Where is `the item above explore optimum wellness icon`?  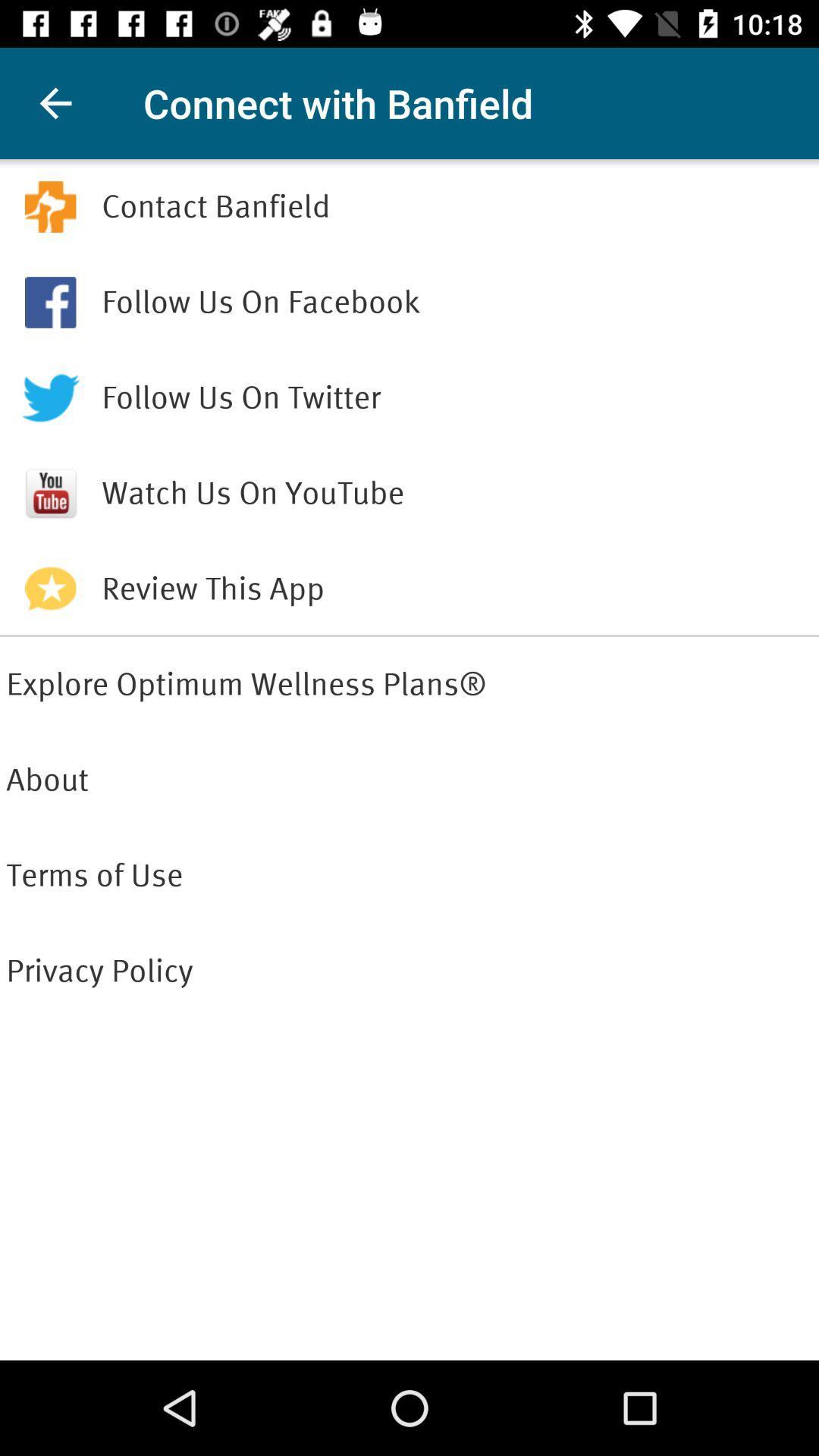
the item above explore optimum wellness icon is located at coordinates (409, 635).